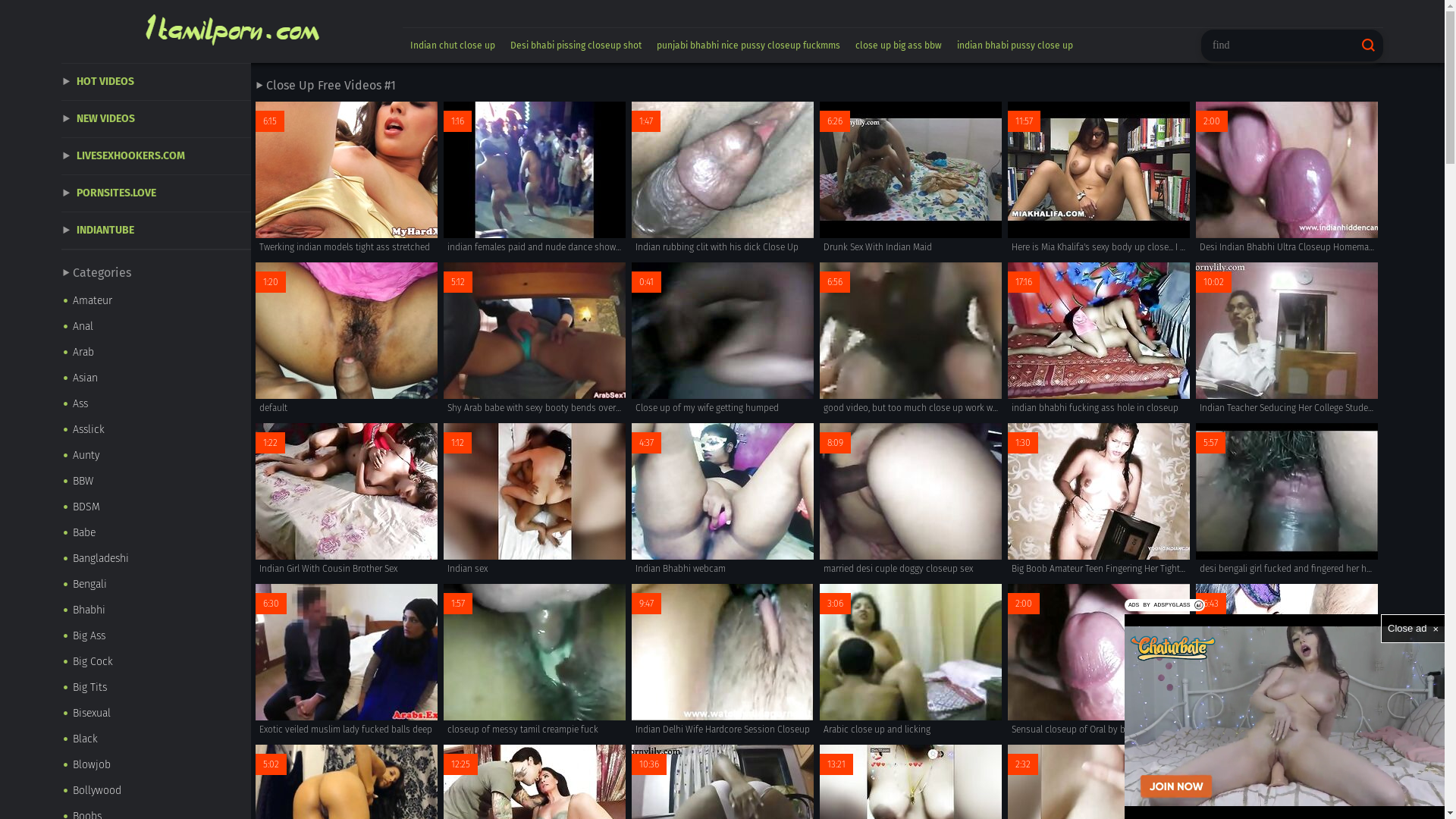 The image size is (1456, 819). What do you see at coordinates (575, 45) in the screenshot?
I see `'Desi bhabi pissing closeup shot'` at bounding box center [575, 45].